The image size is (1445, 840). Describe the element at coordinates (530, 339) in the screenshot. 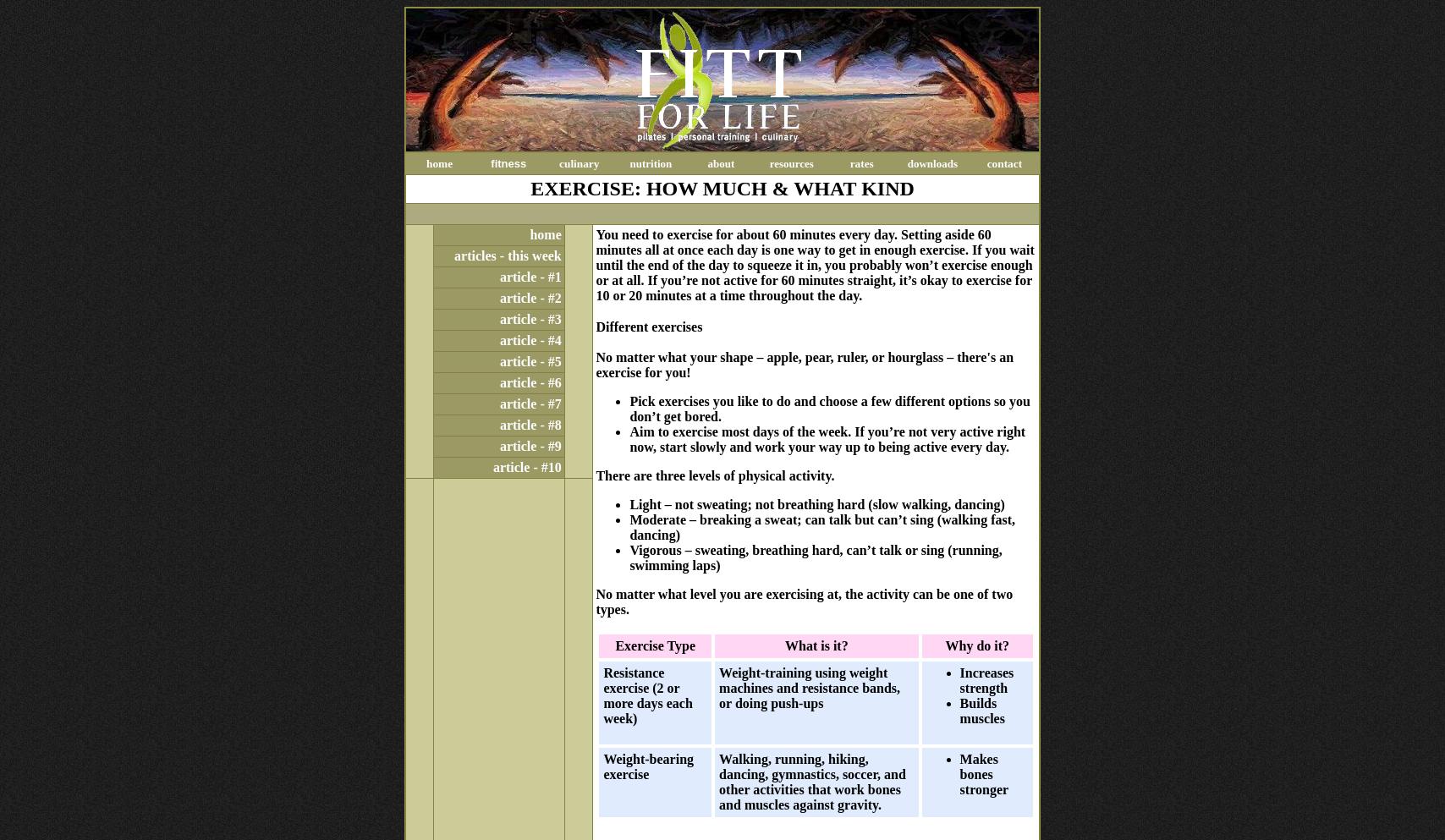

I see `'article - #4'` at that location.